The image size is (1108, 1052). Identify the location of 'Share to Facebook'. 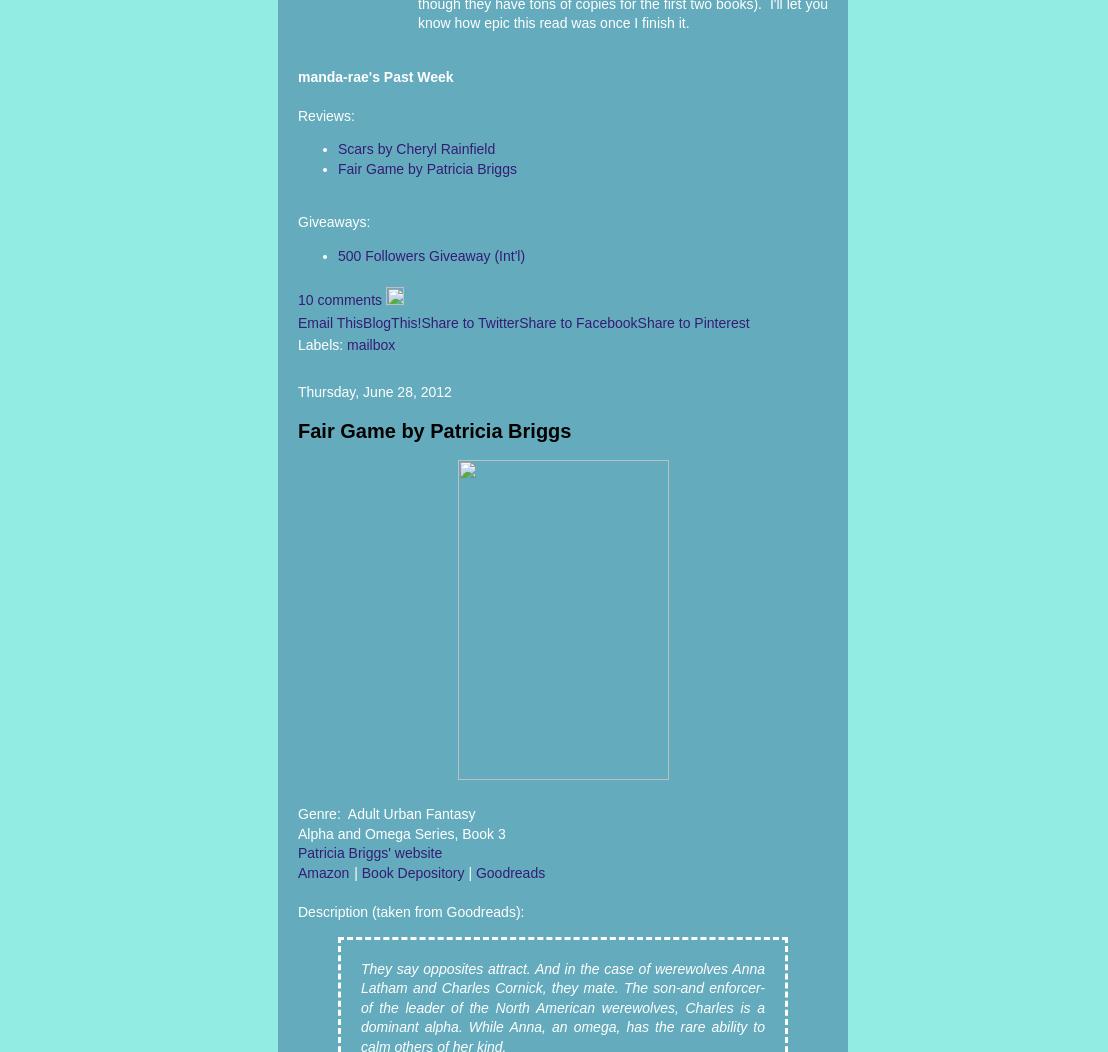
(578, 321).